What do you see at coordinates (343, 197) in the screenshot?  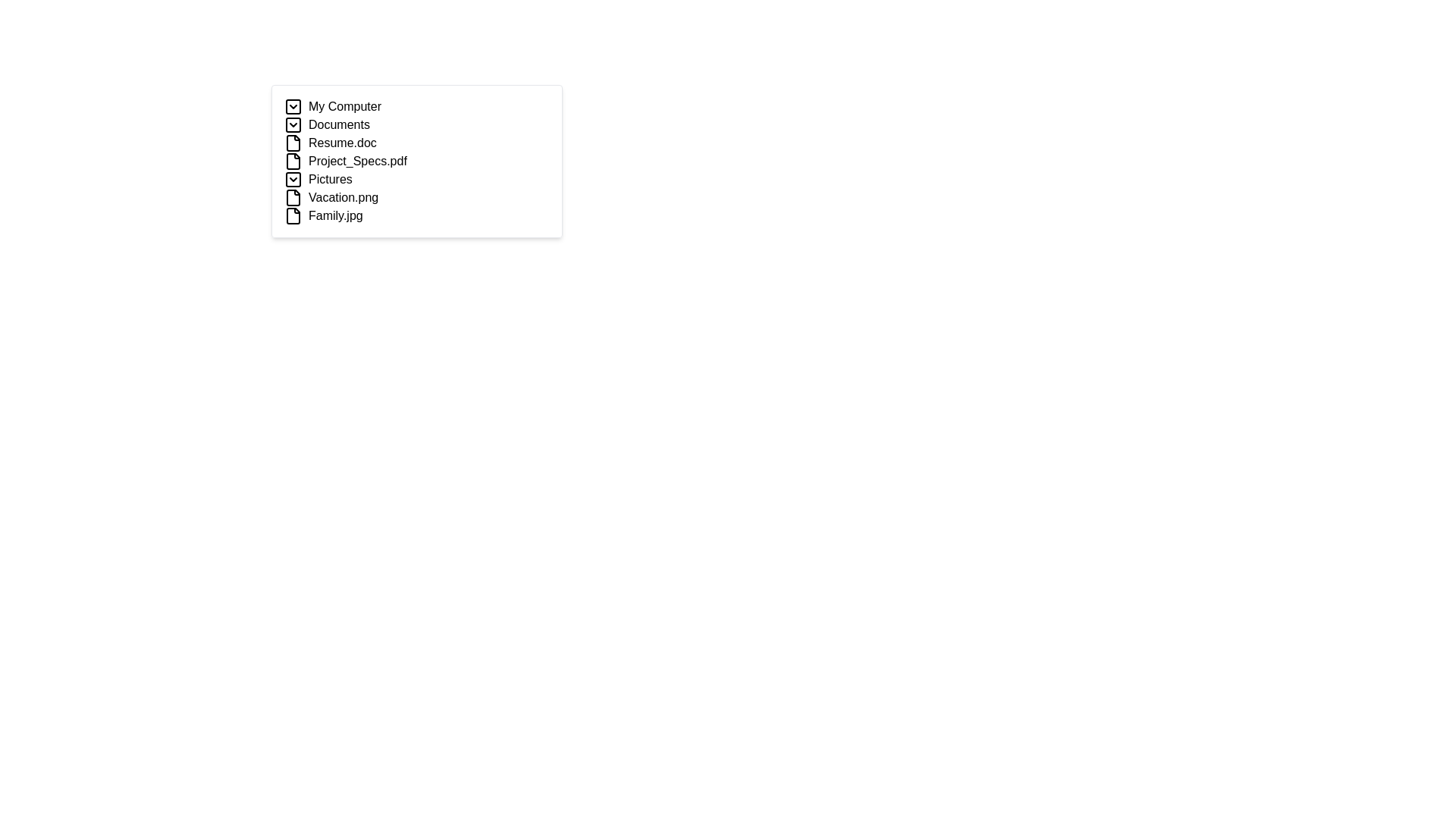 I see `the text label "Vacation.png" which is the fourth entry` at bounding box center [343, 197].